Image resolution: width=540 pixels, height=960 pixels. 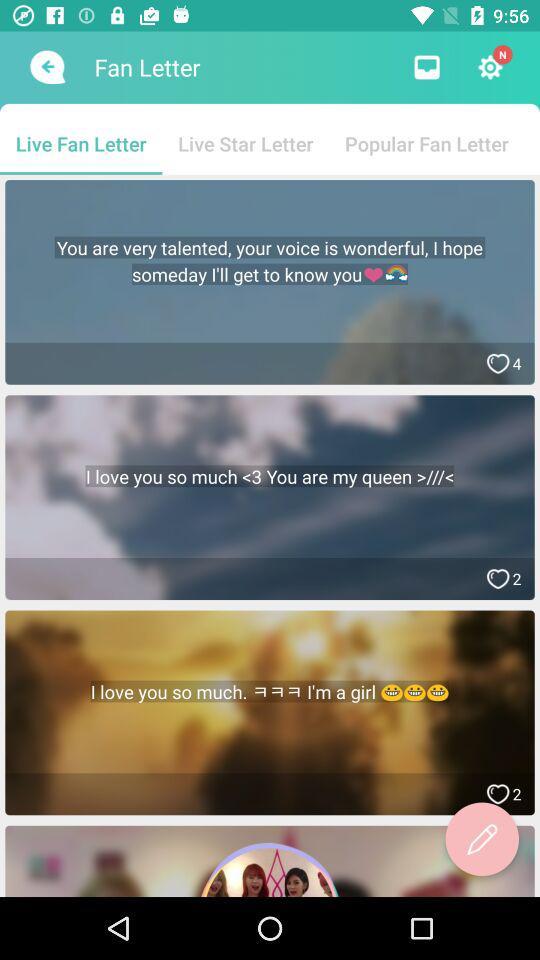 I want to click on item next to the fan letter icon, so click(x=45, y=67).